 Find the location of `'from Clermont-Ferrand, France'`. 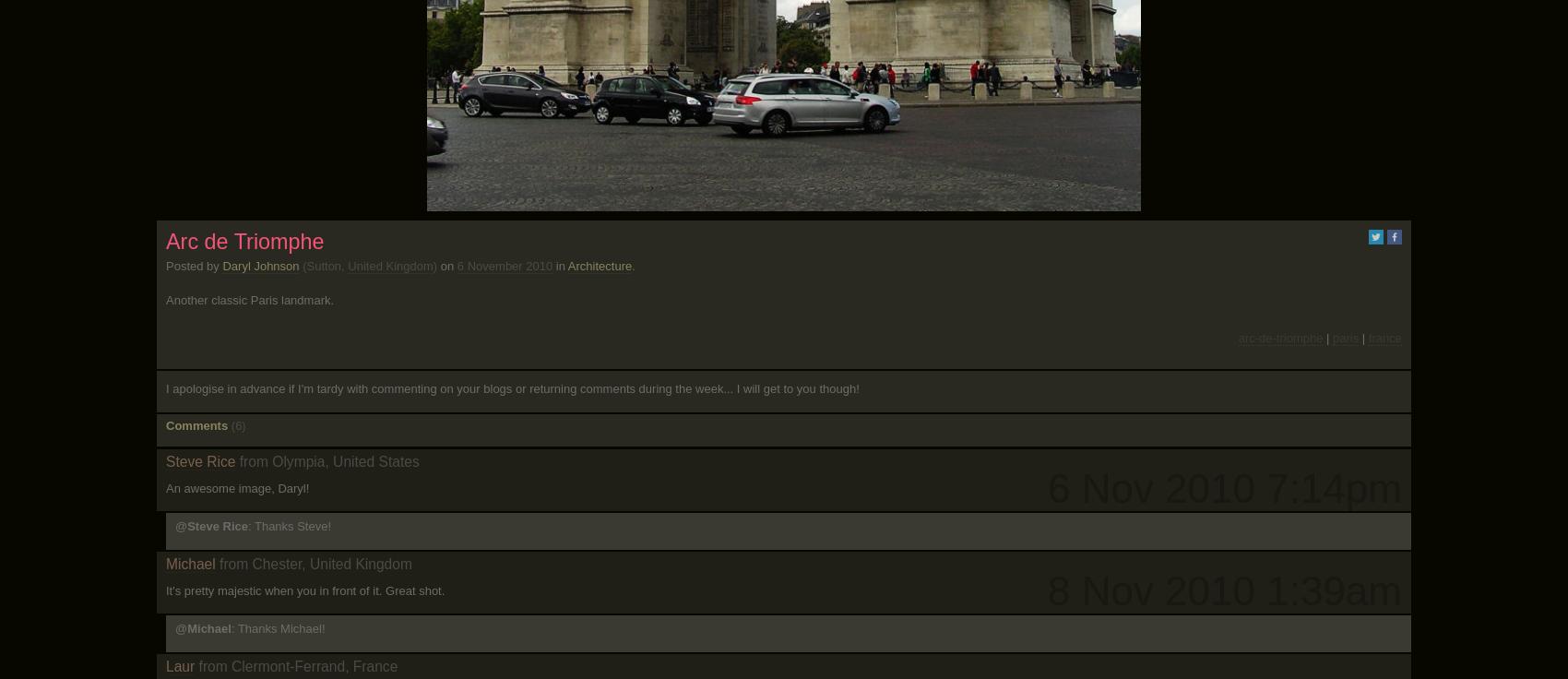

'from Clermont-Ferrand, France' is located at coordinates (297, 665).